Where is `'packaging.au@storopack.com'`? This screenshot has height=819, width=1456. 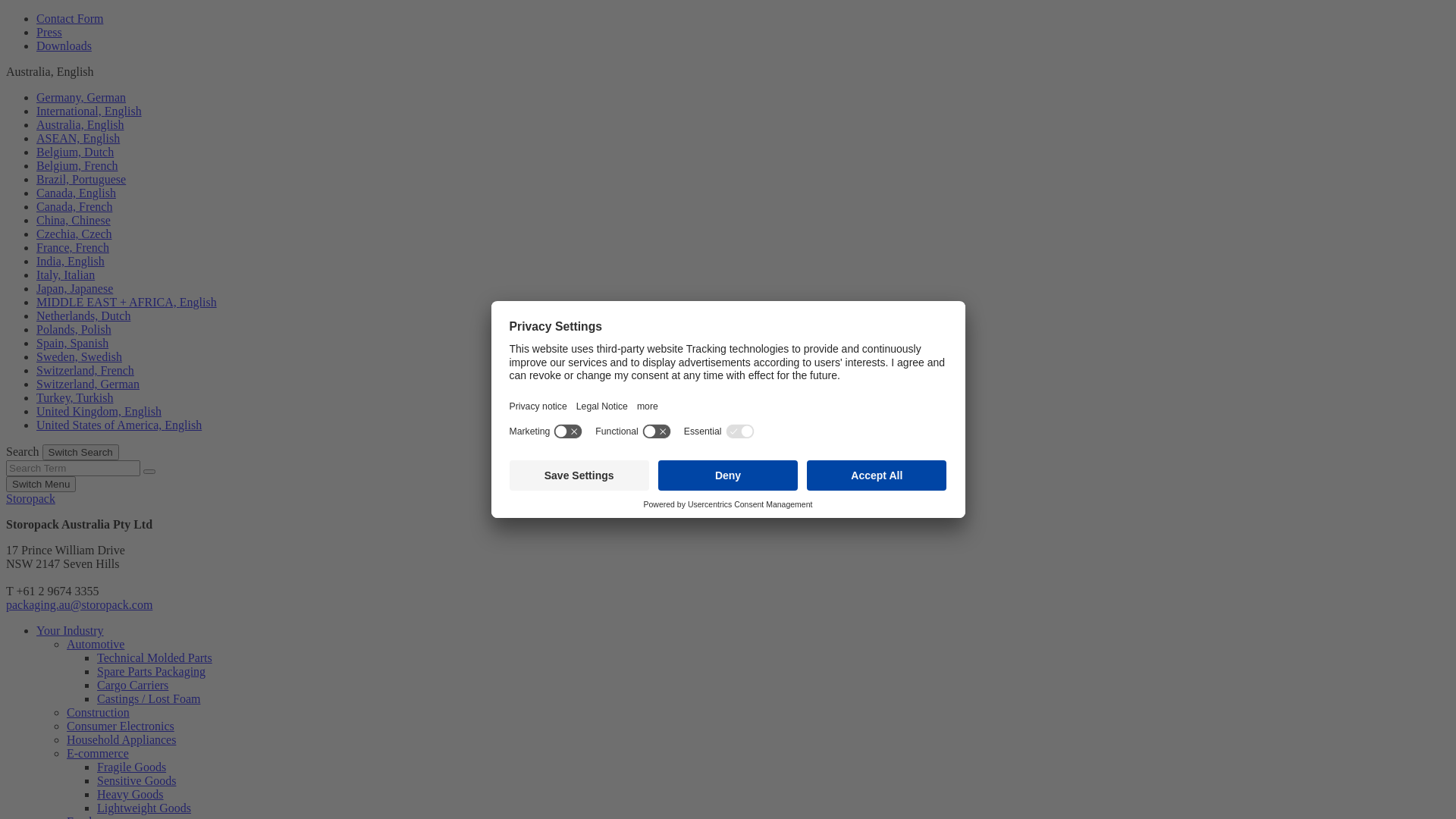 'packaging.au@storopack.com' is located at coordinates (78, 604).